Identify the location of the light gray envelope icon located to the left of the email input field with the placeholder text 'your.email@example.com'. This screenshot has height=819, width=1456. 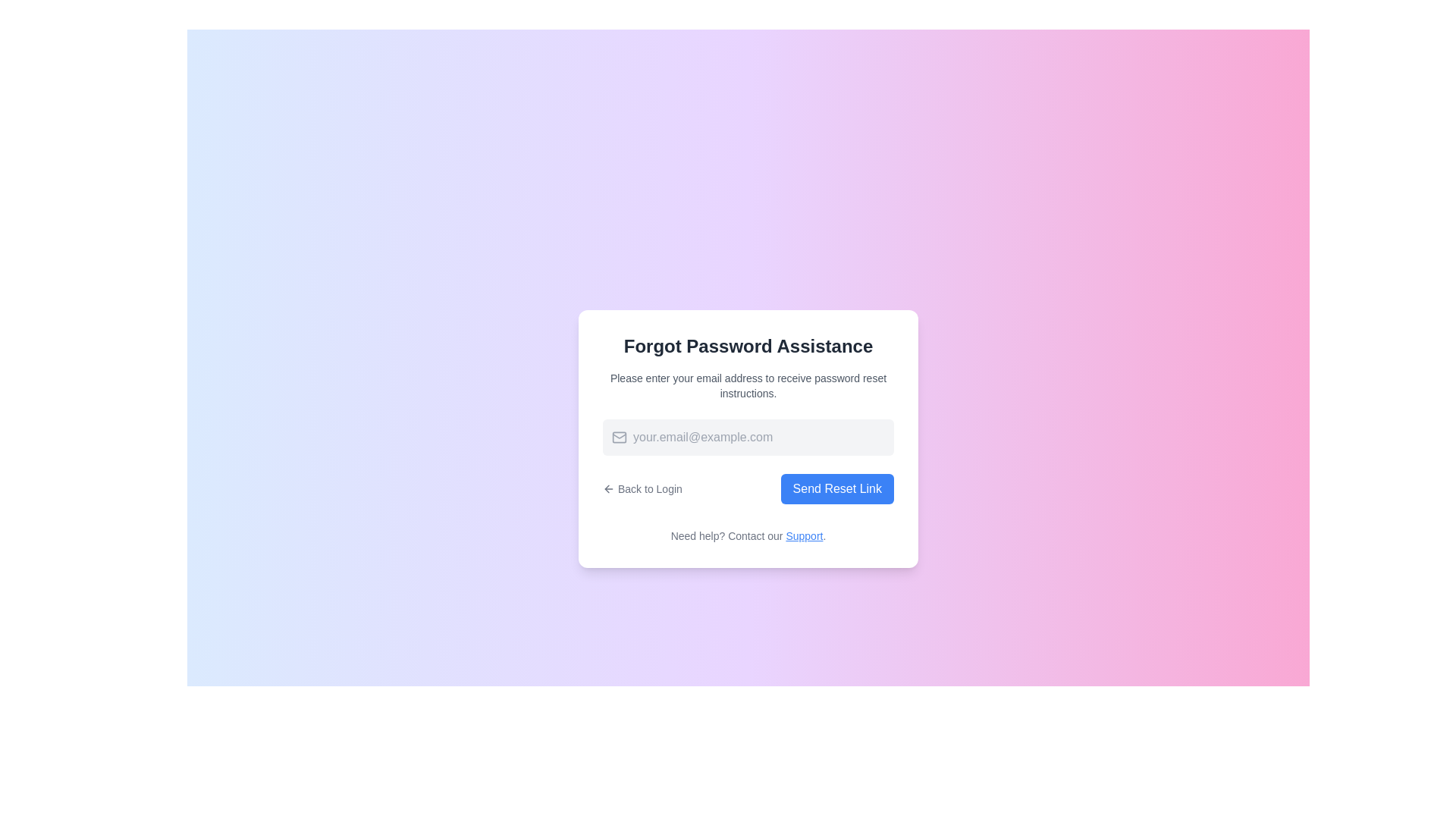
(619, 438).